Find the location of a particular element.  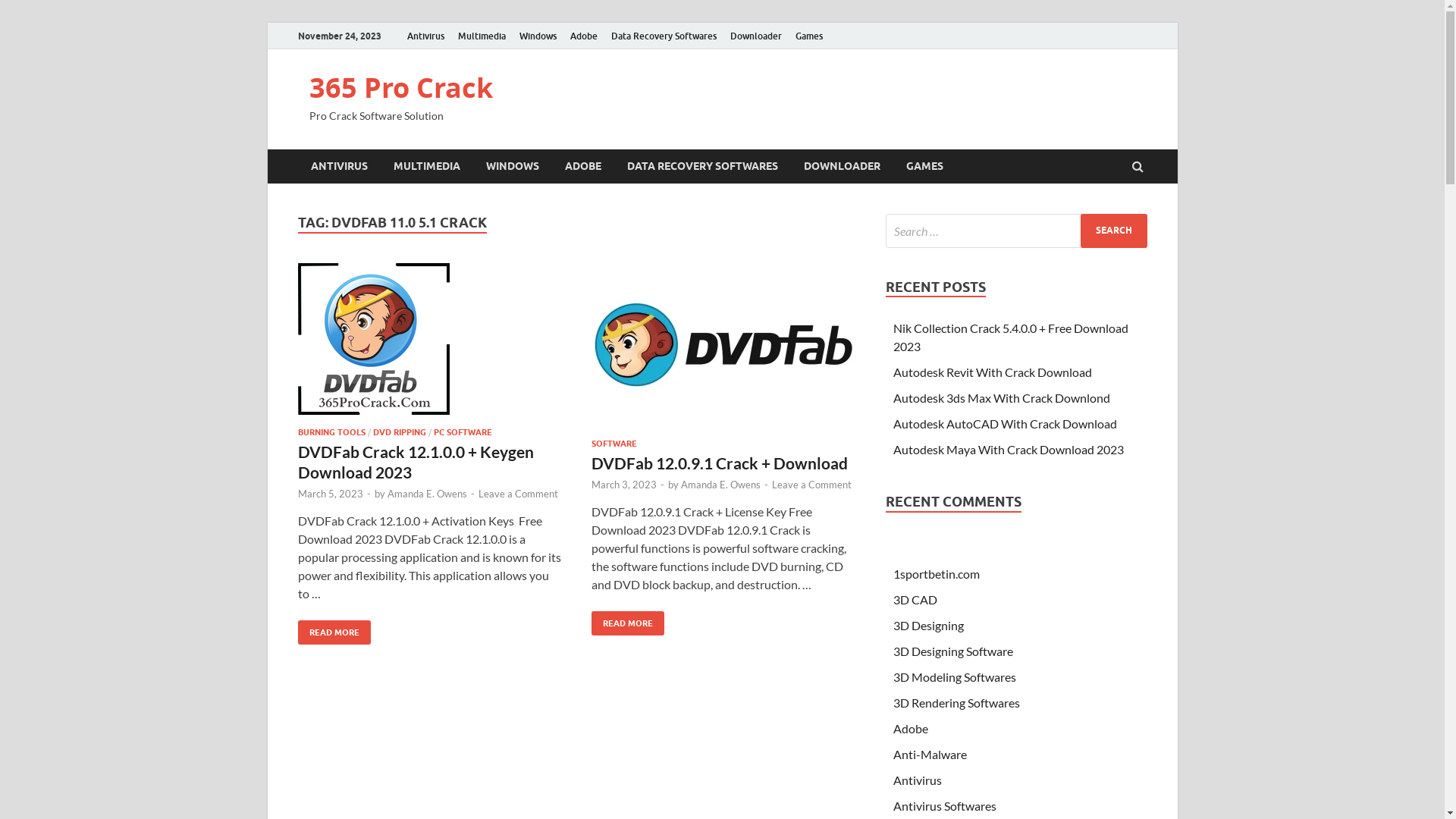

'3D Designing' is located at coordinates (927, 625).